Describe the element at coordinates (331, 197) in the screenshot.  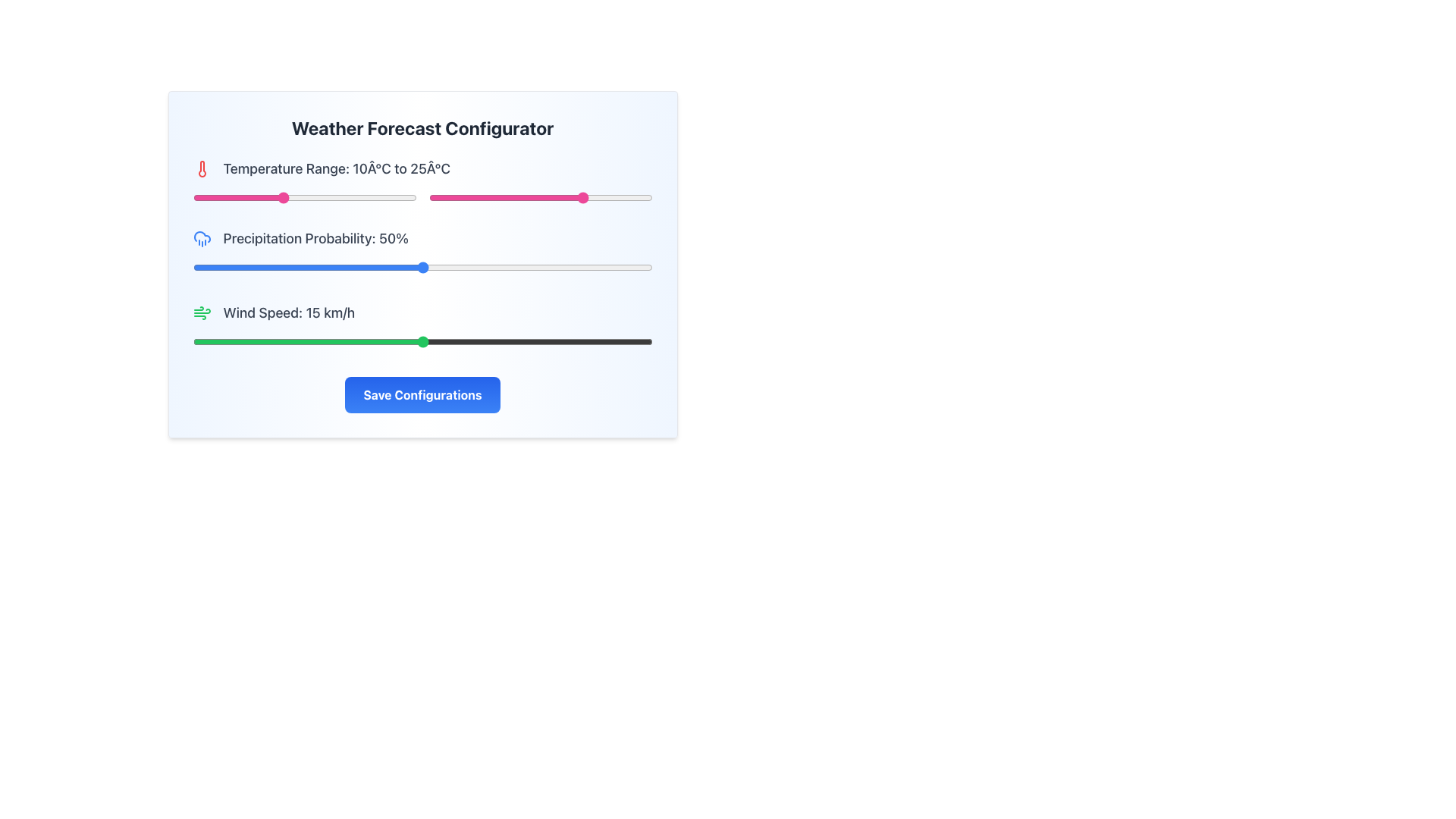
I see `the slider value` at that location.